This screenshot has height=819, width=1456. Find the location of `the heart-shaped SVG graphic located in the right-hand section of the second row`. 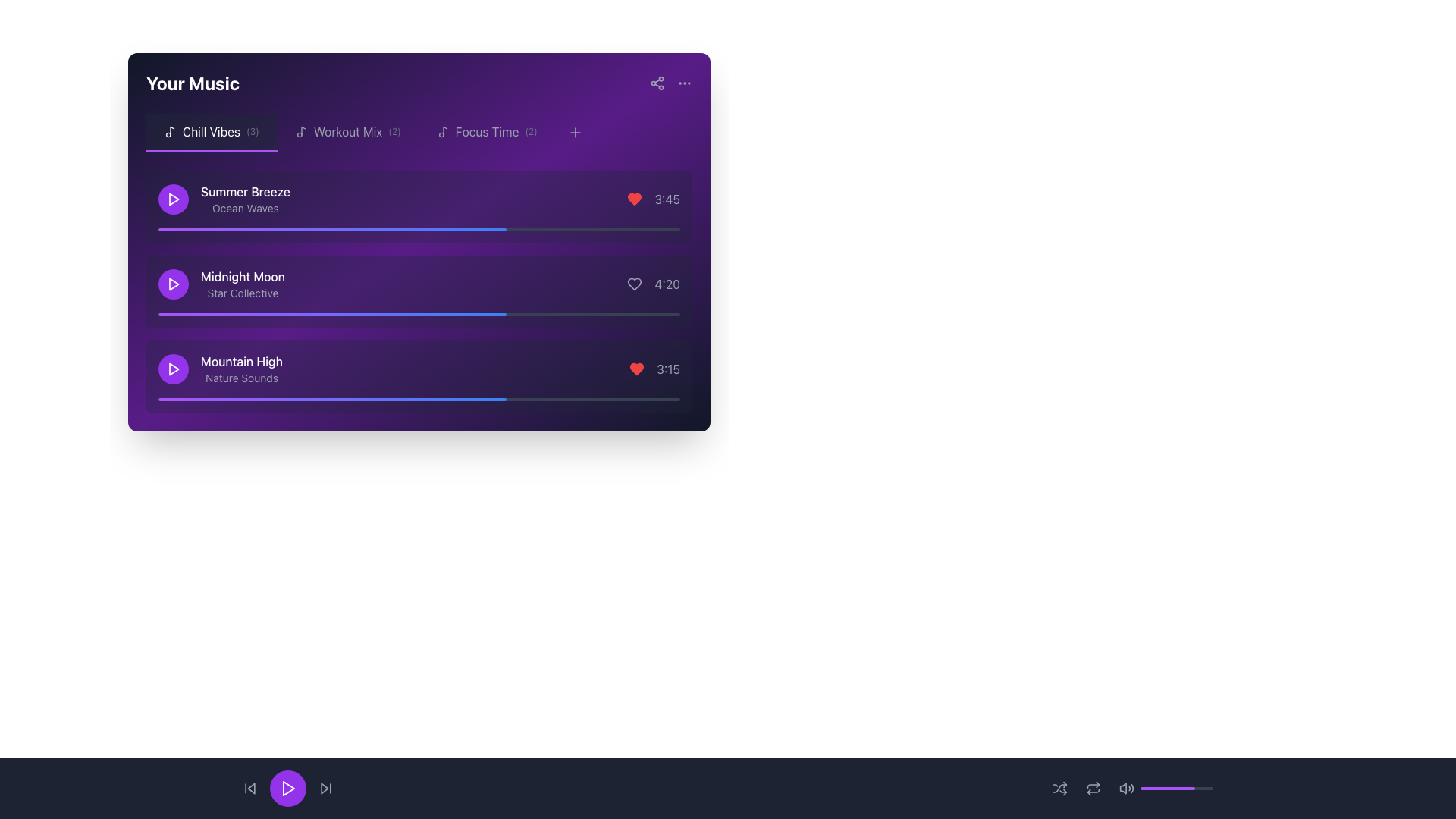

the heart-shaped SVG graphic located in the right-hand section of the second row is located at coordinates (635, 284).